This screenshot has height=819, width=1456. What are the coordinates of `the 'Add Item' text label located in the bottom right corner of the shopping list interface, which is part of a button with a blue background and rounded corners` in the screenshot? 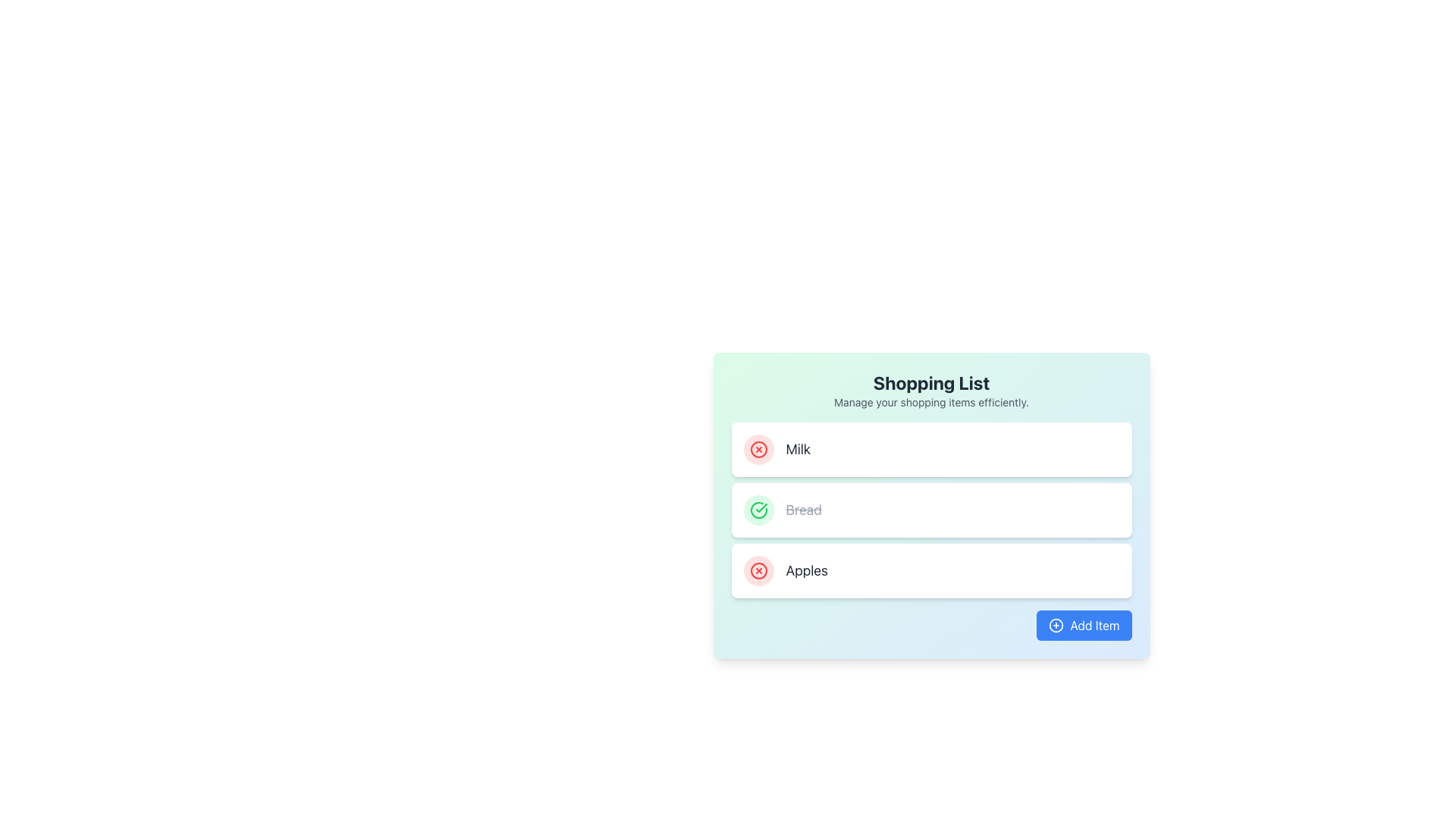 It's located at (1095, 626).